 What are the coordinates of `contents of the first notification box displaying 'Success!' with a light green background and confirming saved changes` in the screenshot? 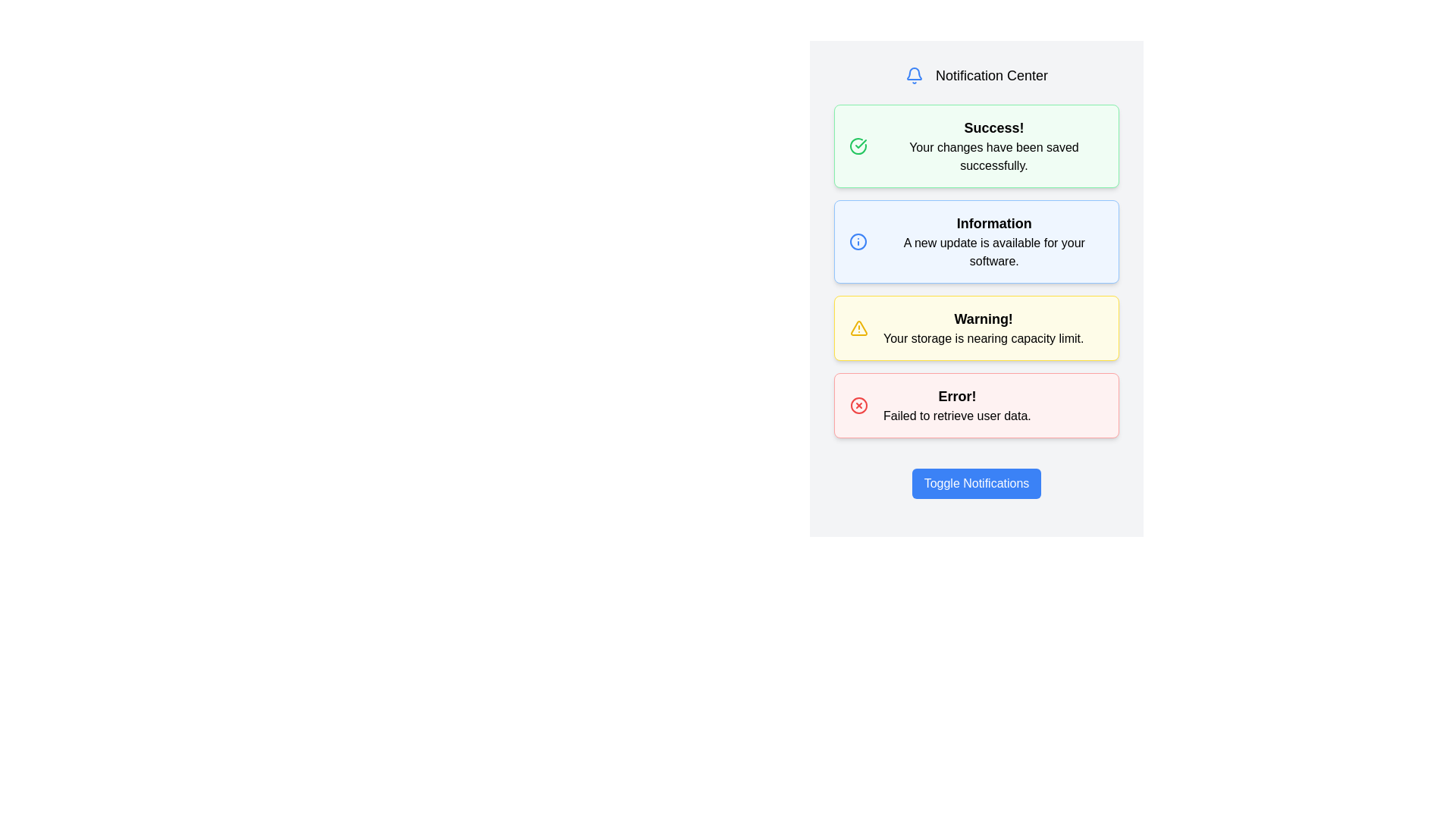 It's located at (993, 146).